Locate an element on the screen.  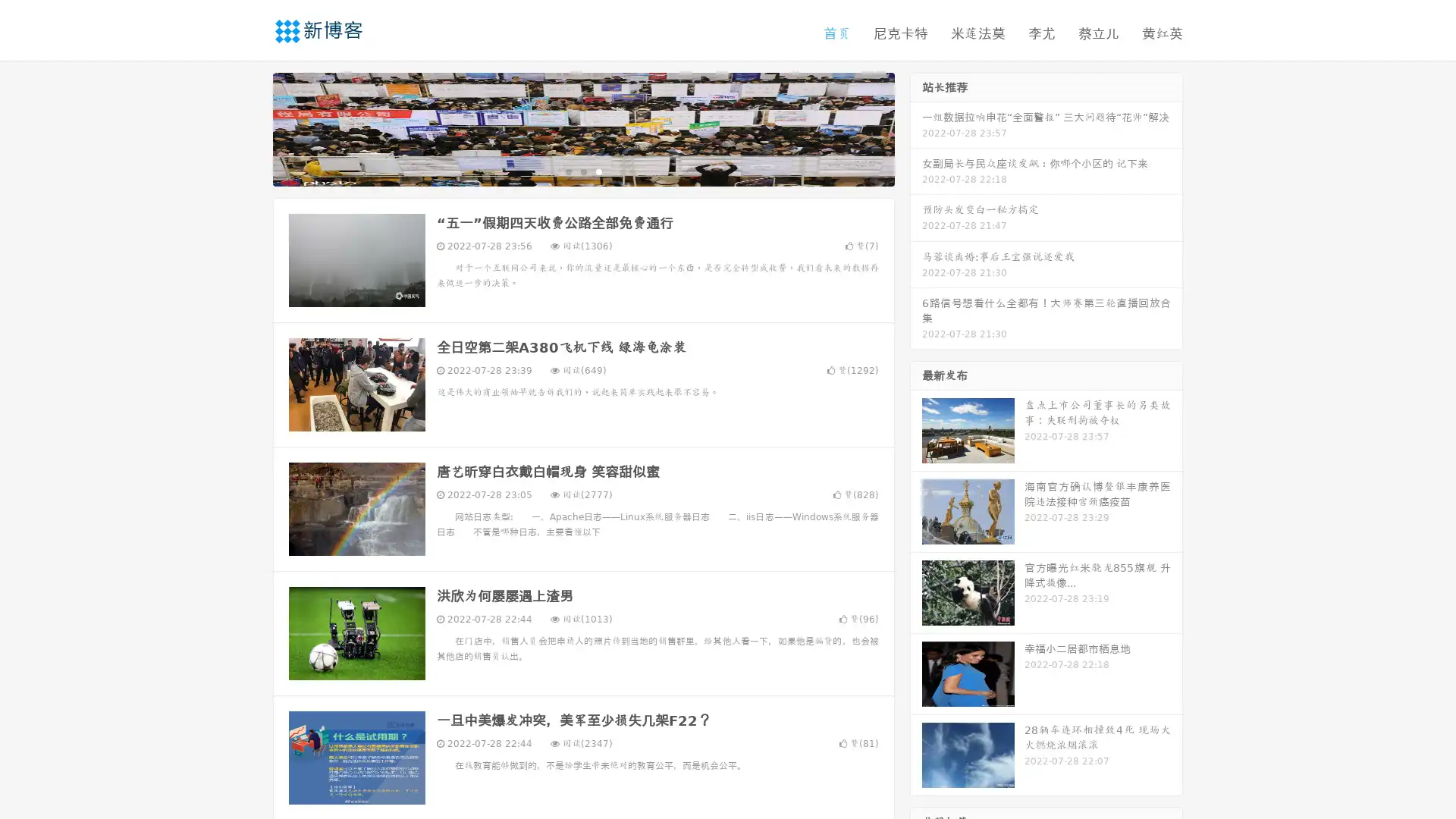
Go to slide 1 is located at coordinates (567, 171).